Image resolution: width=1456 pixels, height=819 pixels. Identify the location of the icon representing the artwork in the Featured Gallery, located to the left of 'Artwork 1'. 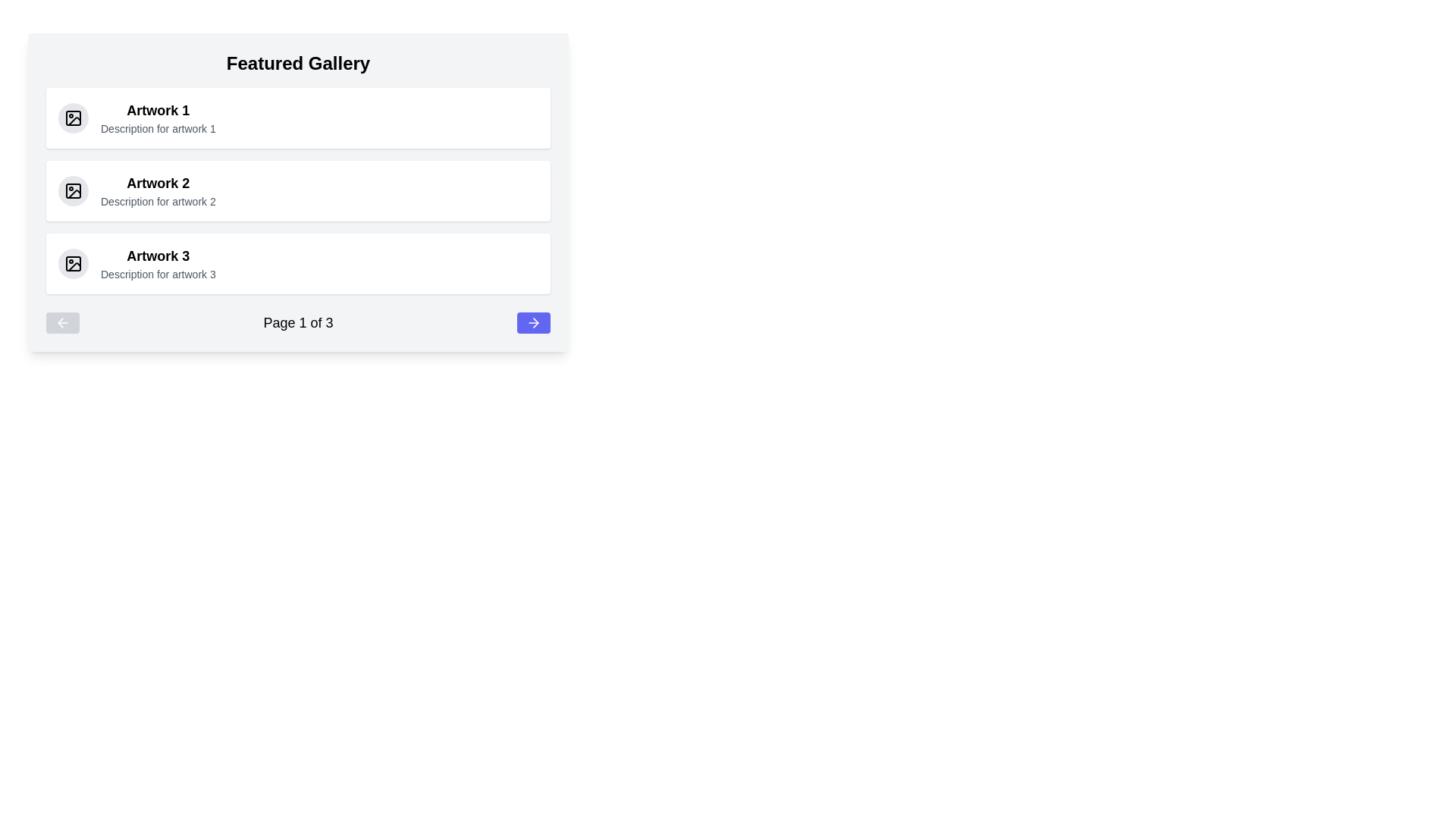
(72, 117).